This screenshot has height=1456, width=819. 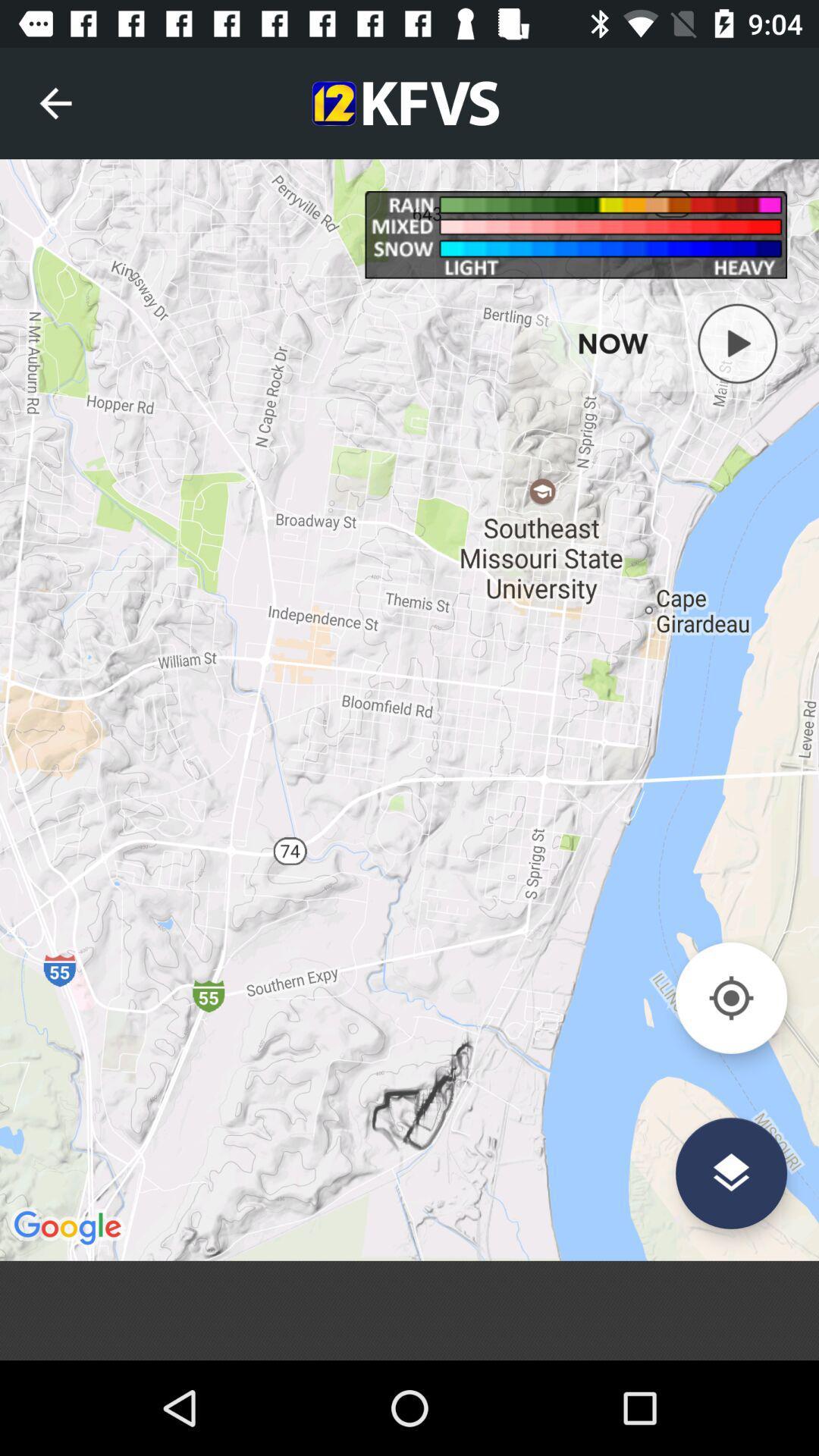 What do you see at coordinates (730, 998) in the screenshot?
I see `find current location` at bounding box center [730, 998].